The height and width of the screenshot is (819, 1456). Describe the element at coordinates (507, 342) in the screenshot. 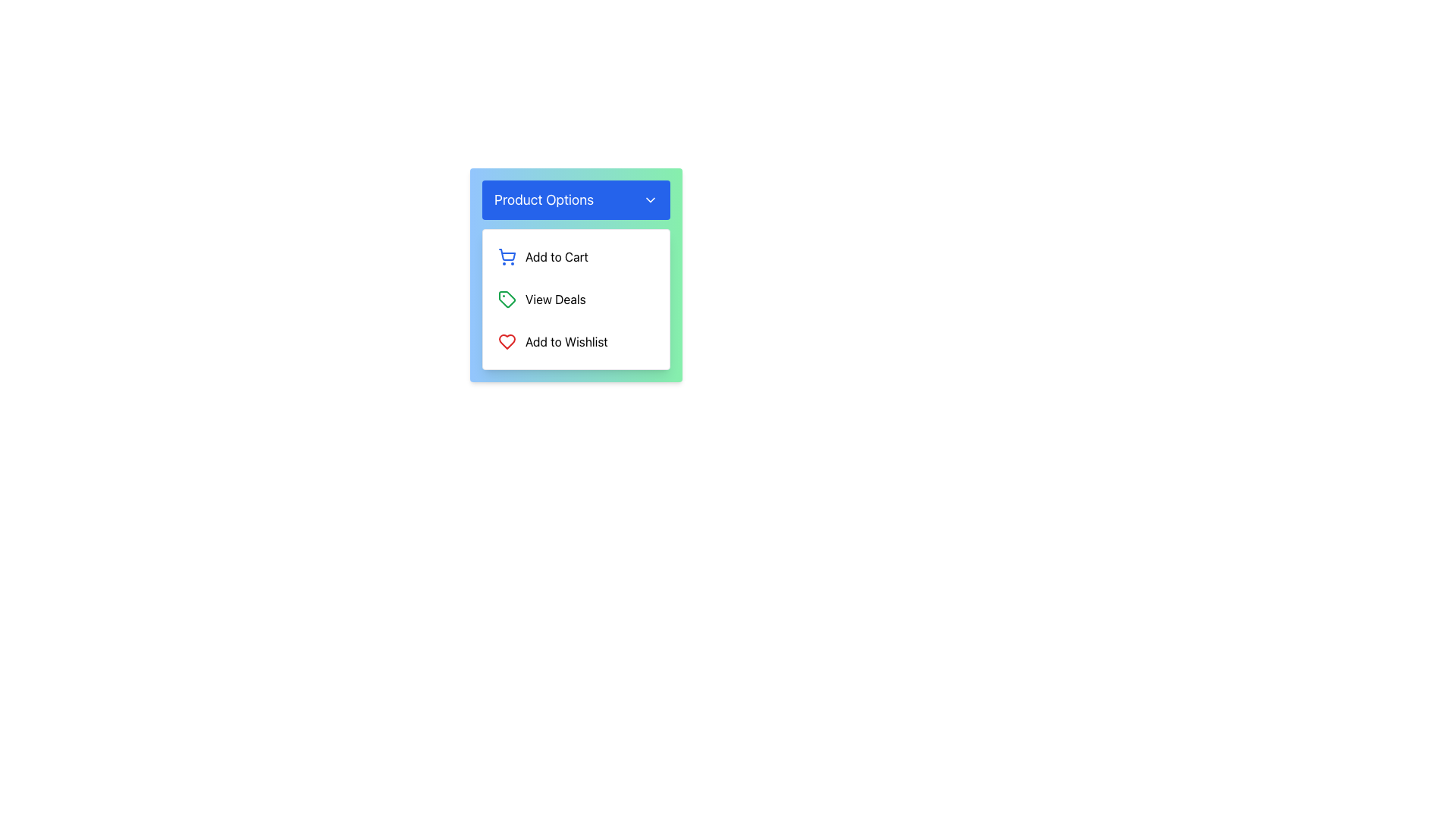

I see `the heart-shaped icon representing the 'Add to Wishlist' action button` at that location.